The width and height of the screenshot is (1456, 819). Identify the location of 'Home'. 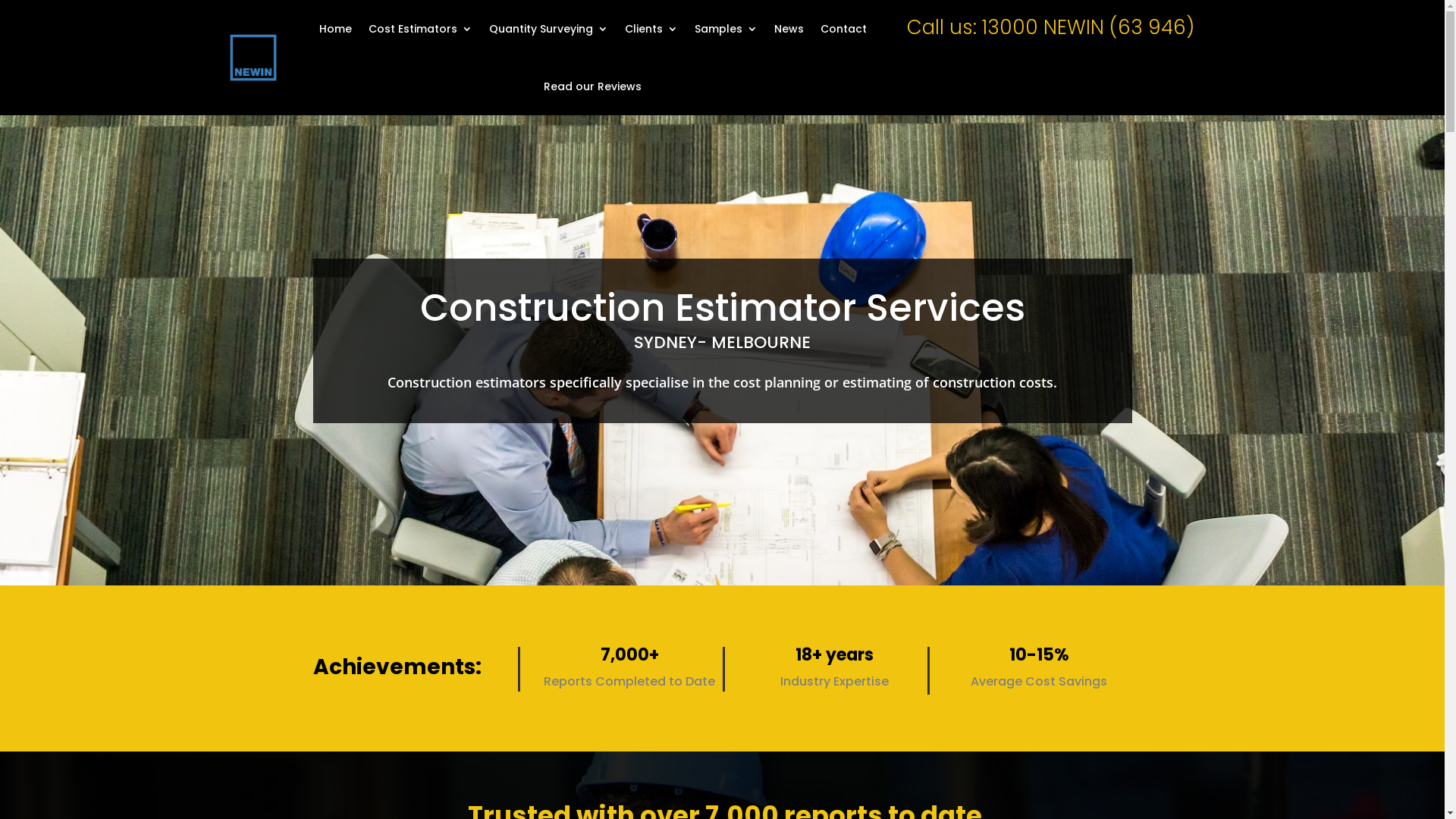
(334, 29).